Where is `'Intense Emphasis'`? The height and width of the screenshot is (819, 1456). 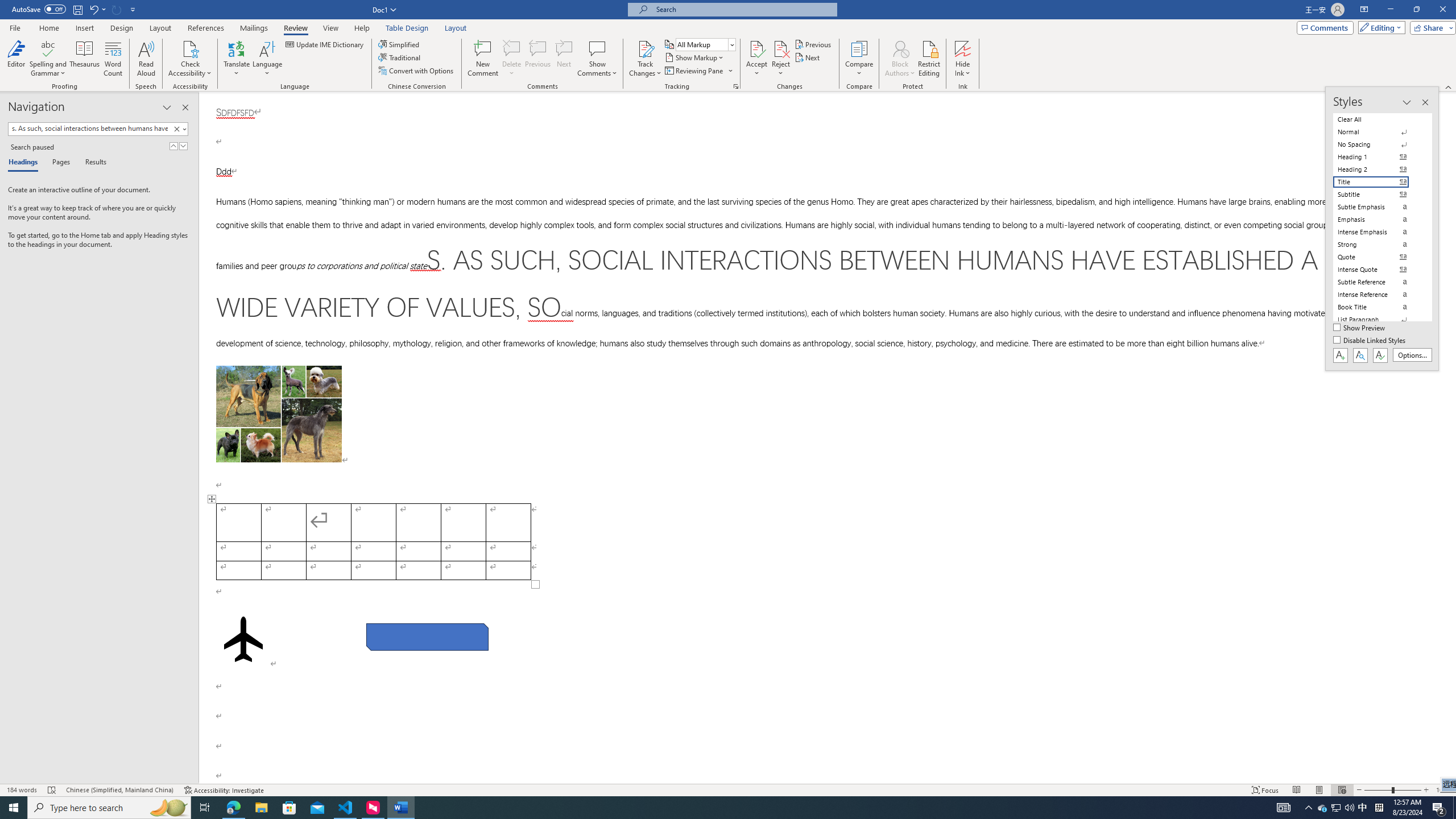 'Intense Emphasis' is located at coordinates (1378, 231).